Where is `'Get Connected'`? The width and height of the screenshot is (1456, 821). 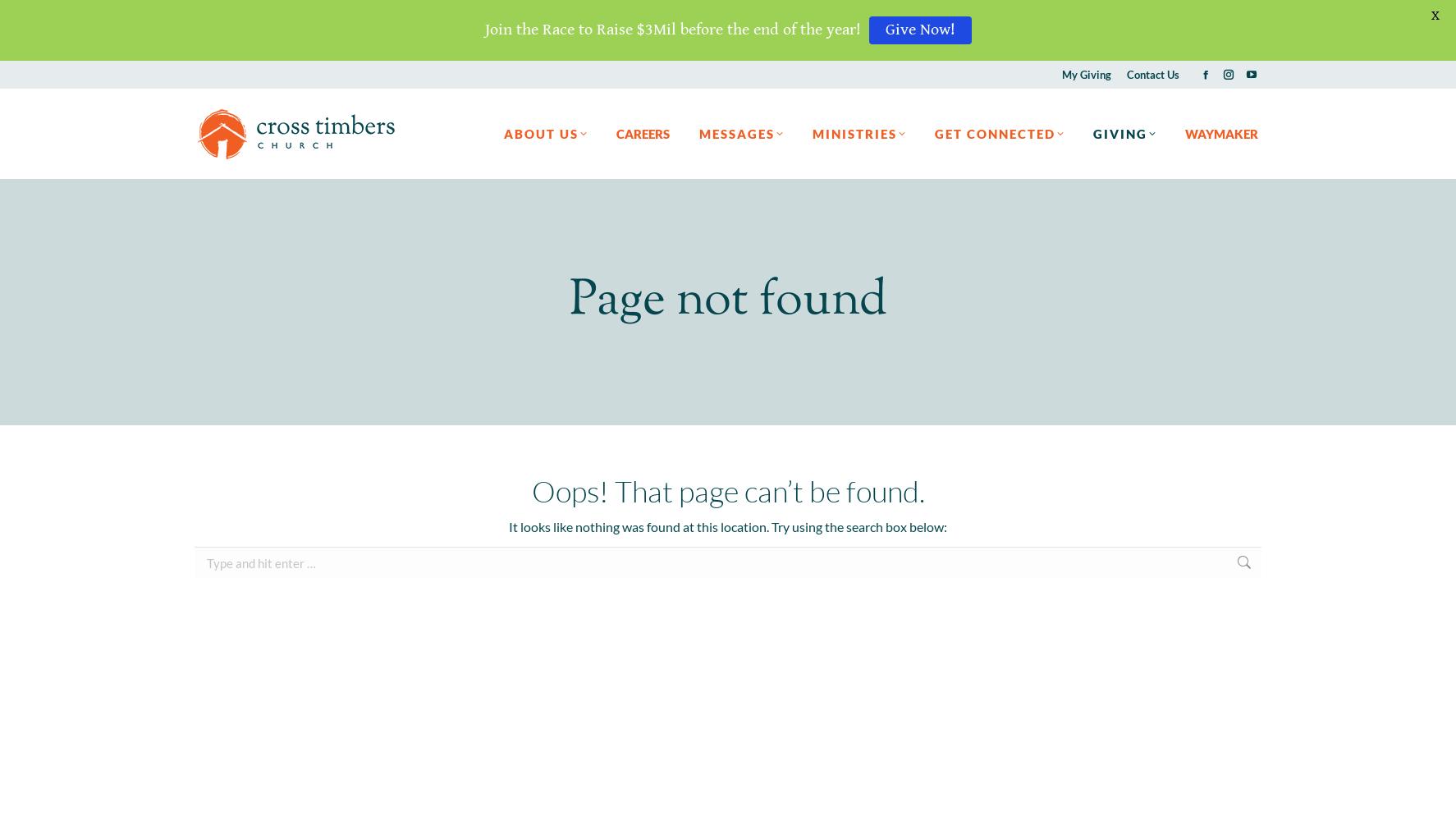
'Get Connected' is located at coordinates (995, 133).